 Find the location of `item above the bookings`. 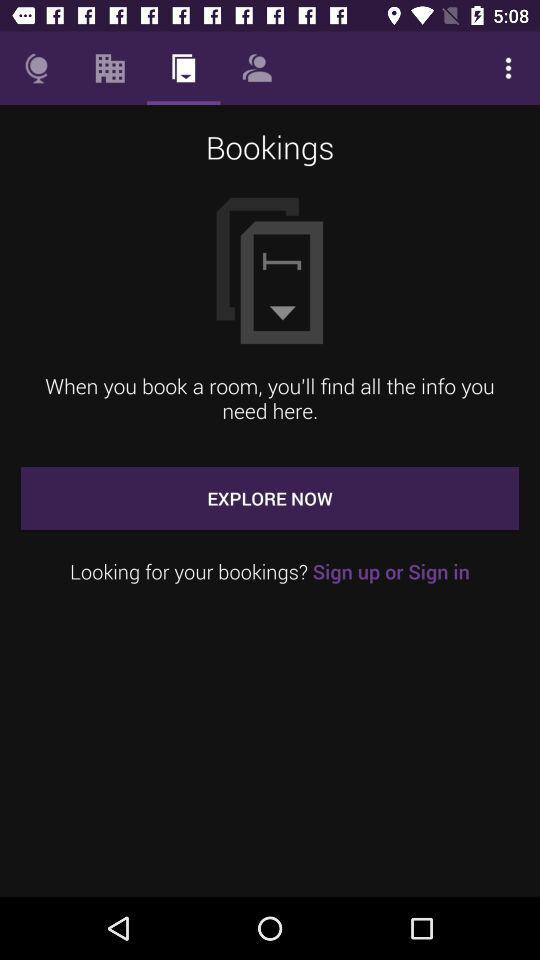

item above the bookings is located at coordinates (257, 68).